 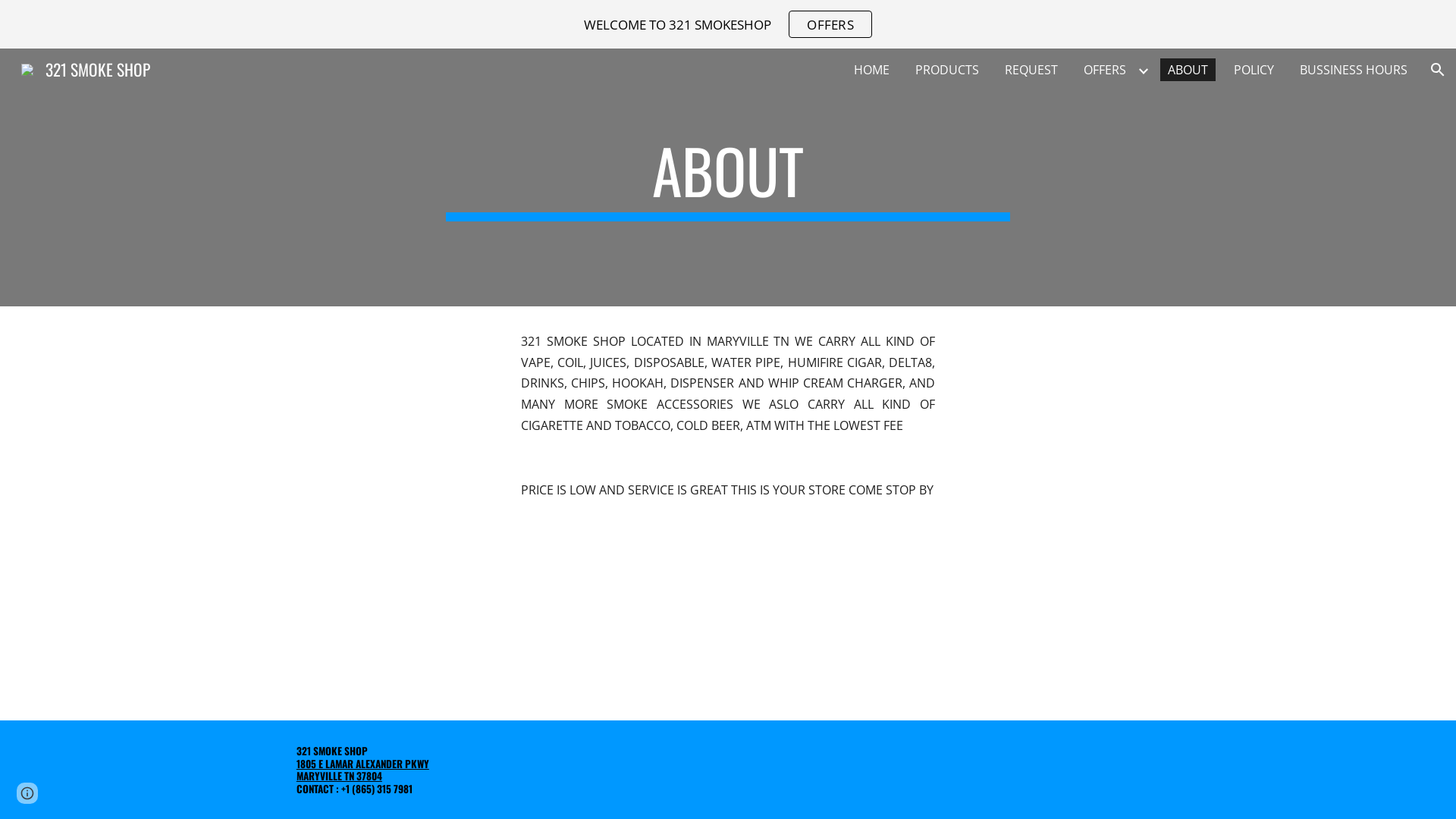 I want to click on 'Expand/Collapse', so click(x=1143, y=70).